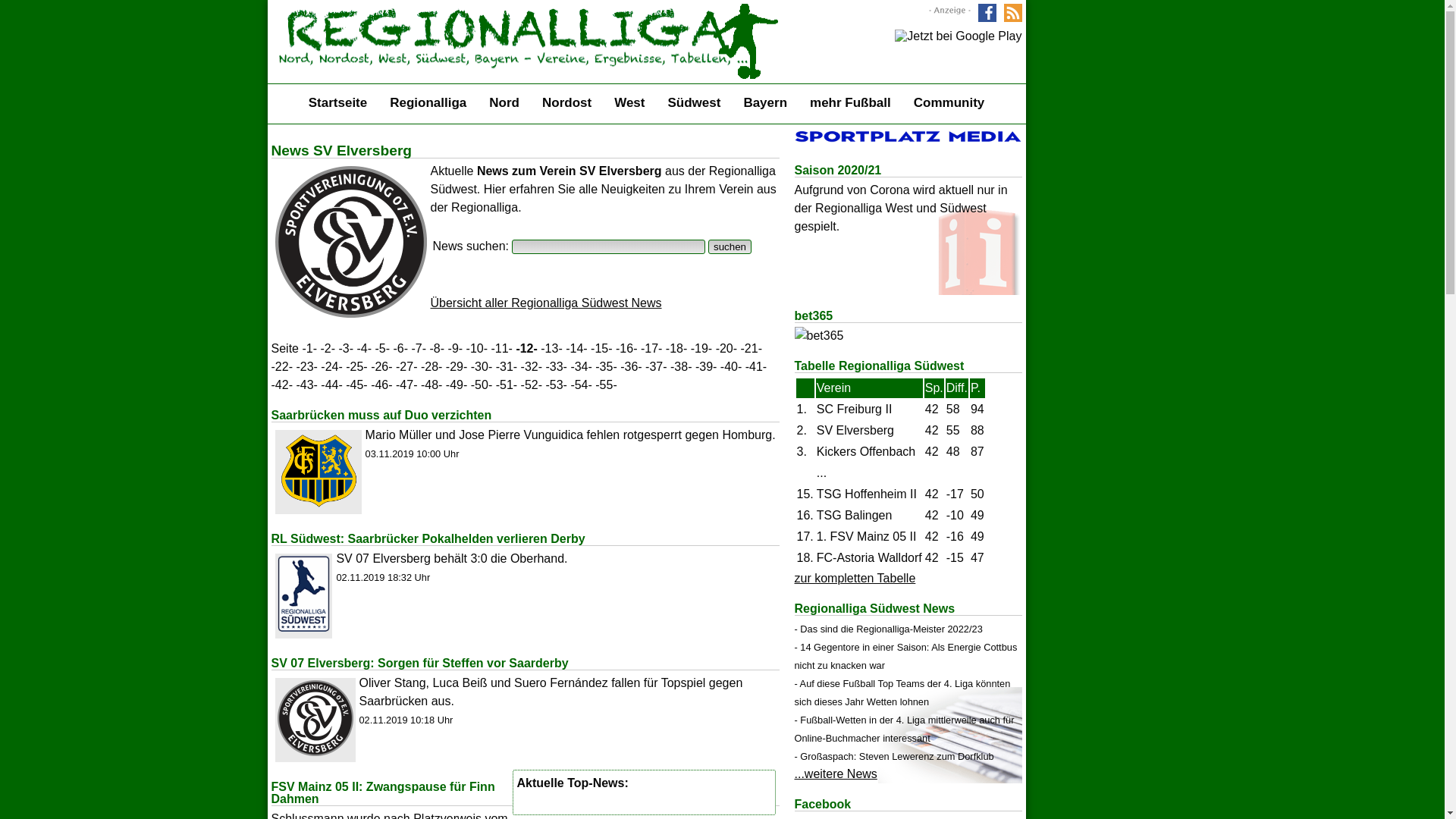 This screenshot has width=1456, height=819. I want to click on '-4-', so click(356, 348).